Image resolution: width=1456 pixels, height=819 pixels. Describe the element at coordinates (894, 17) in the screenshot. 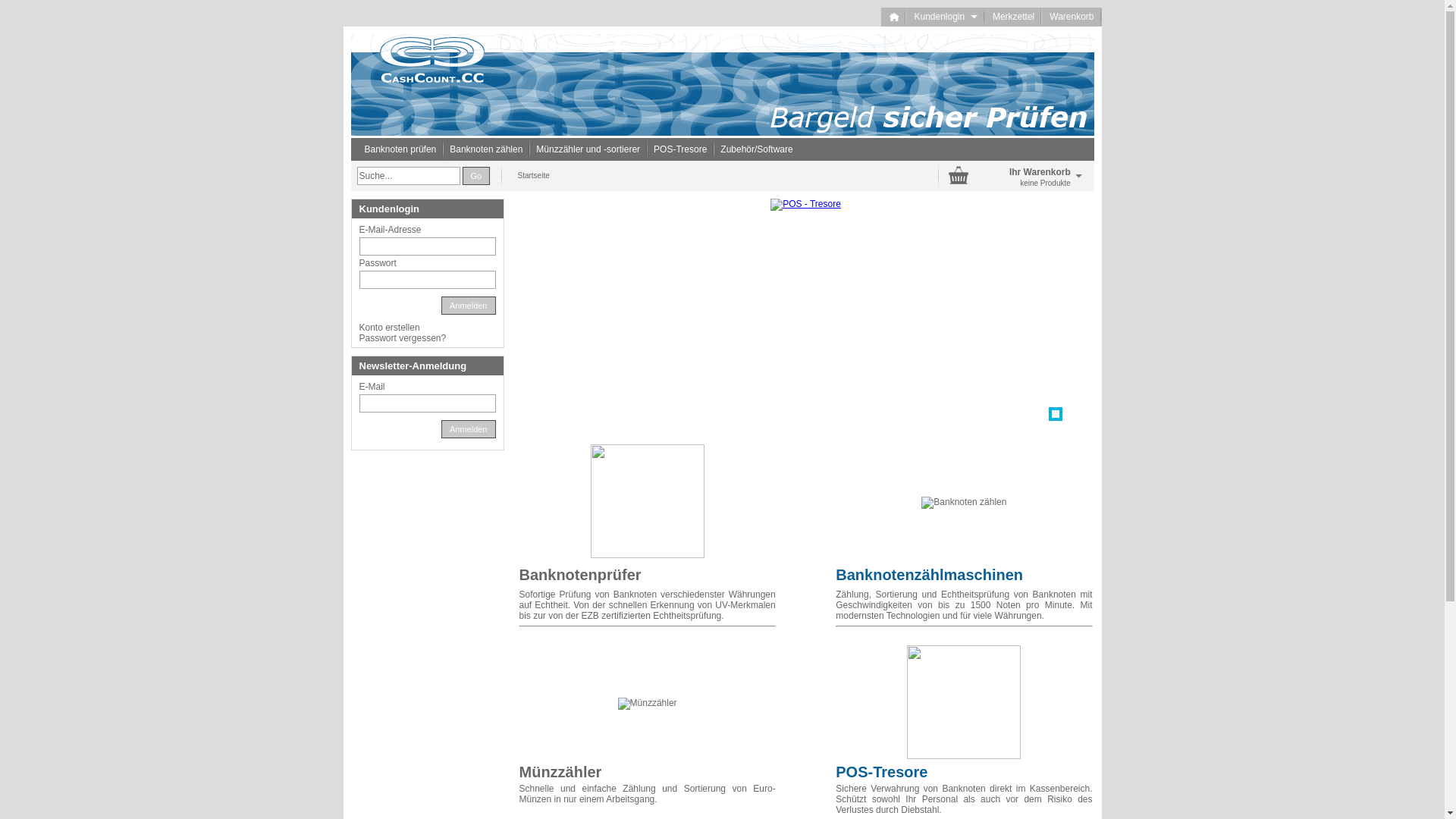

I see `'Startseite anzeigen'` at that location.